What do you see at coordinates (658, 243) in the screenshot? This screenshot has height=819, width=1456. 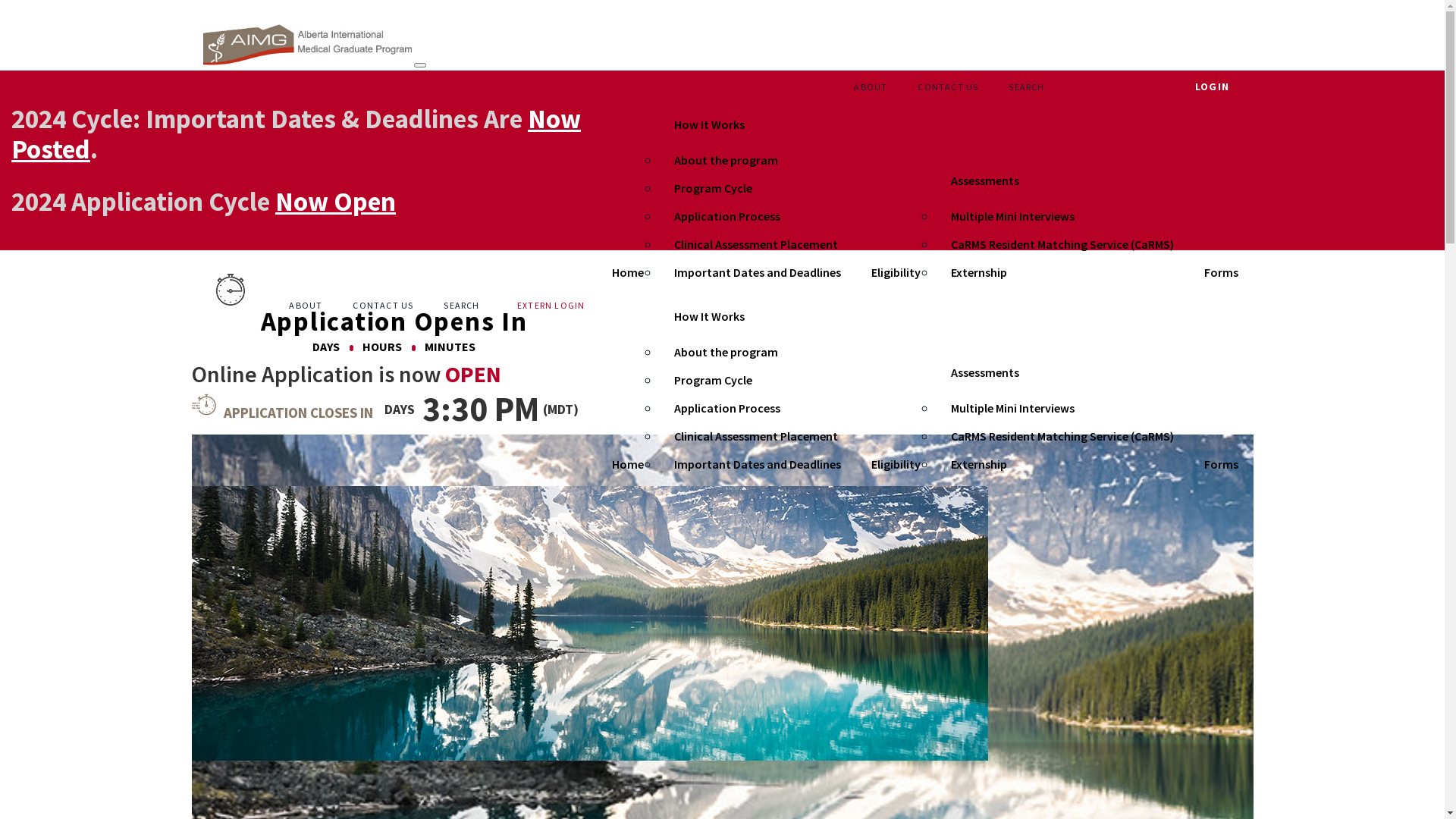 I see `'Clinical Assessment Placement'` at bounding box center [658, 243].